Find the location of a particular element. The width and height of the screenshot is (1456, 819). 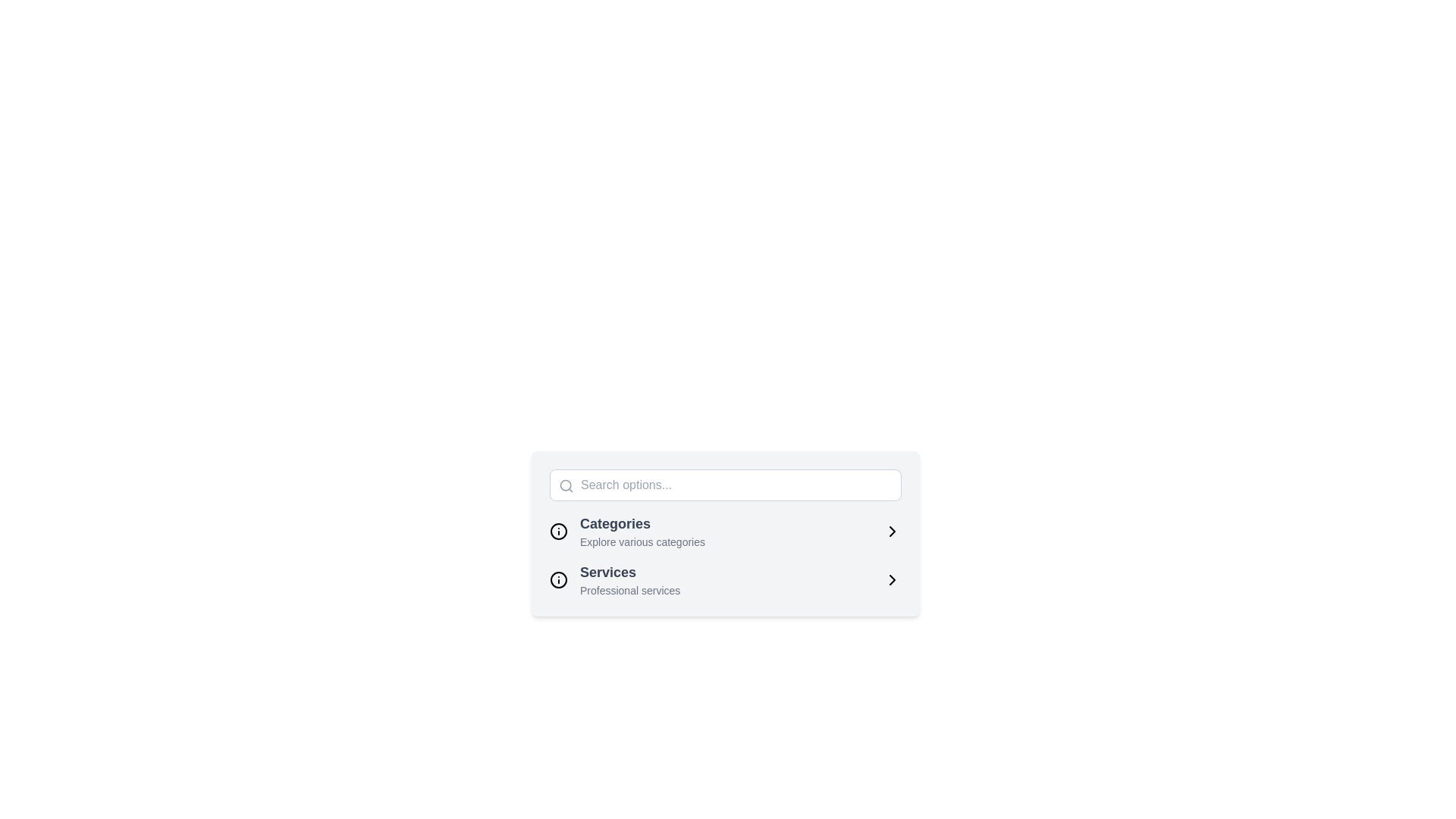

the outermost SVG Circle of the information icon located to the left of the 'Services' menu entry is located at coordinates (558, 531).